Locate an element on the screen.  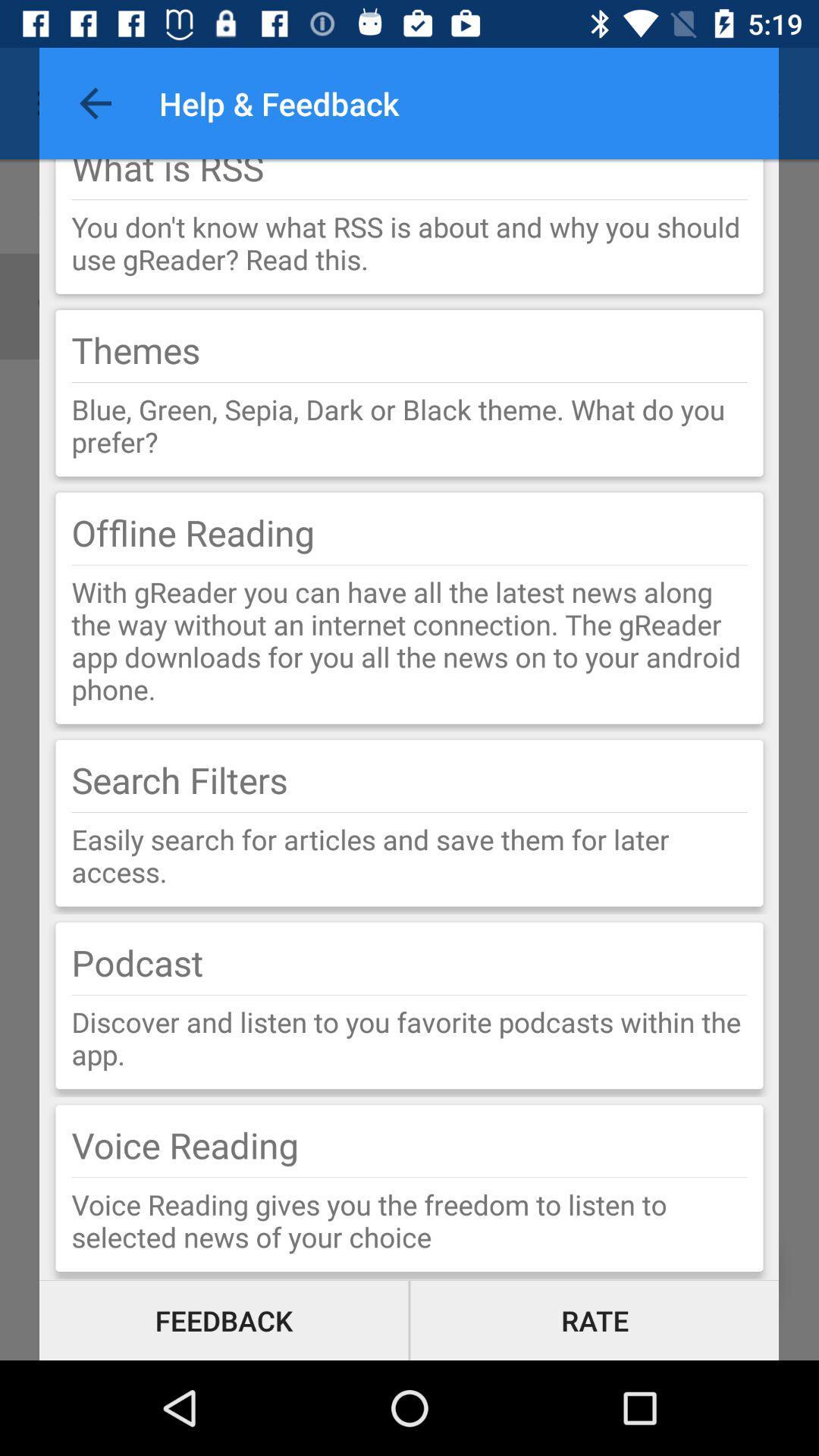
the item below voice reading item is located at coordinates (409, 1176).